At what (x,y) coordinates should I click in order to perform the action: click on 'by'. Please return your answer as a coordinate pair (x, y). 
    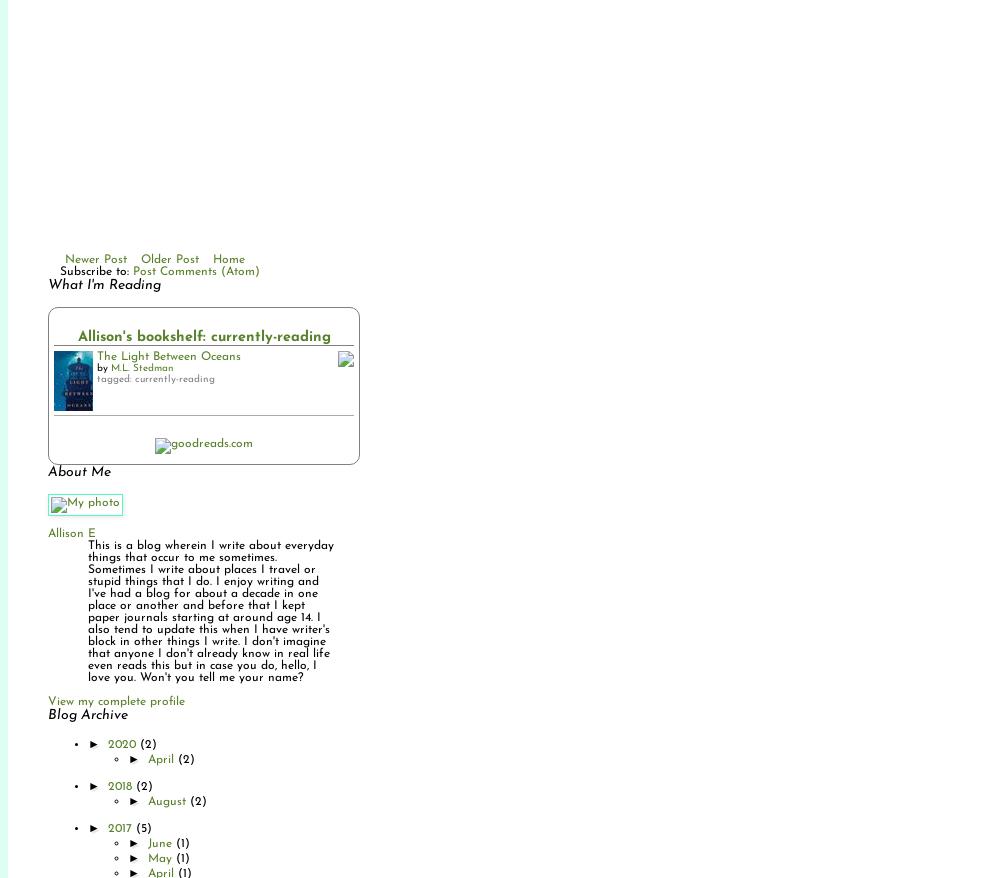
    Looking at the image, I should click on (104, 367).